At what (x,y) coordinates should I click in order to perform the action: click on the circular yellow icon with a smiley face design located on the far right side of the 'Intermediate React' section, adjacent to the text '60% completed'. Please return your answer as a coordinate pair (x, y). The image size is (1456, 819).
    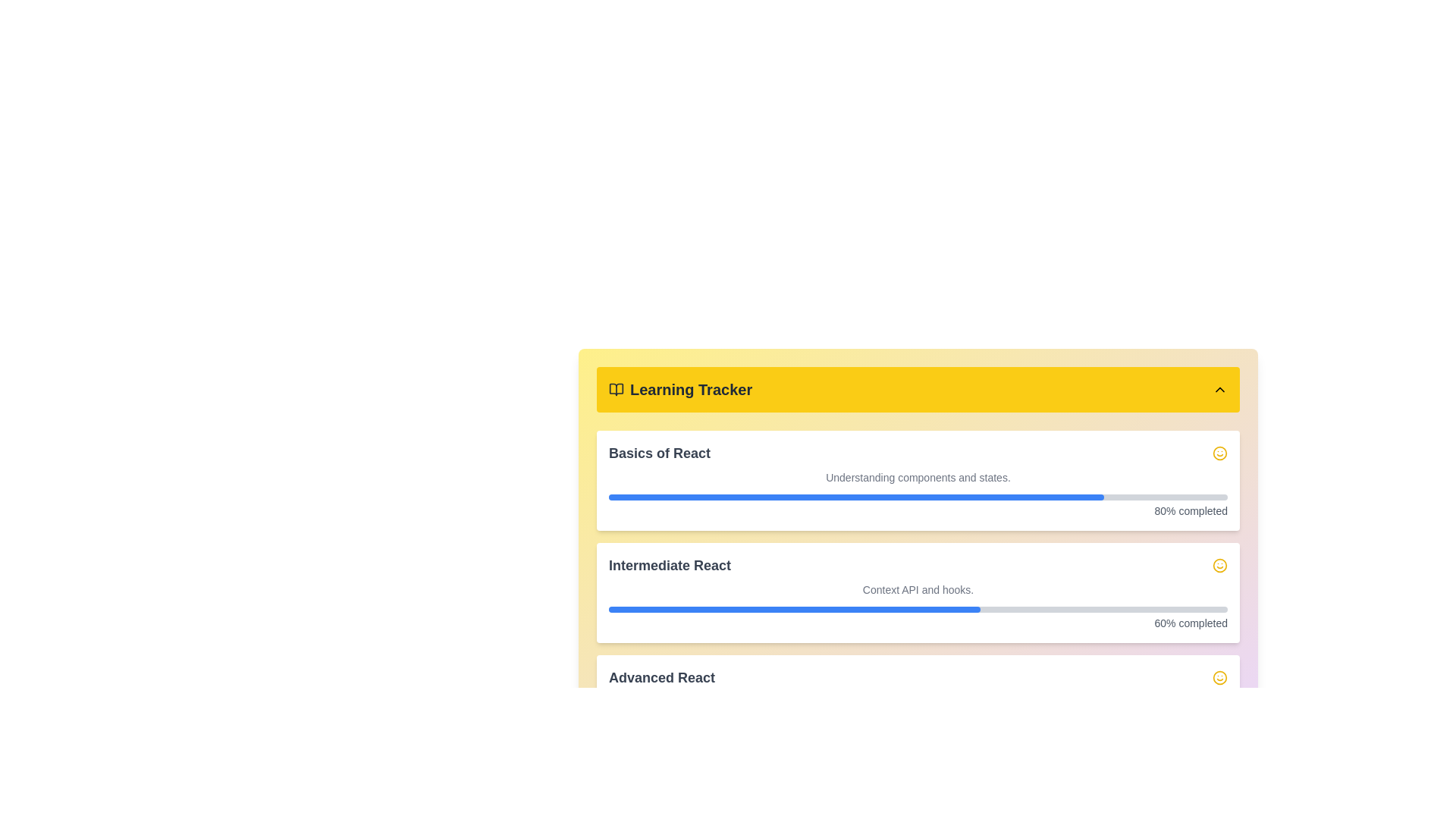
    Looking at the image, I should click on (1219, 565).